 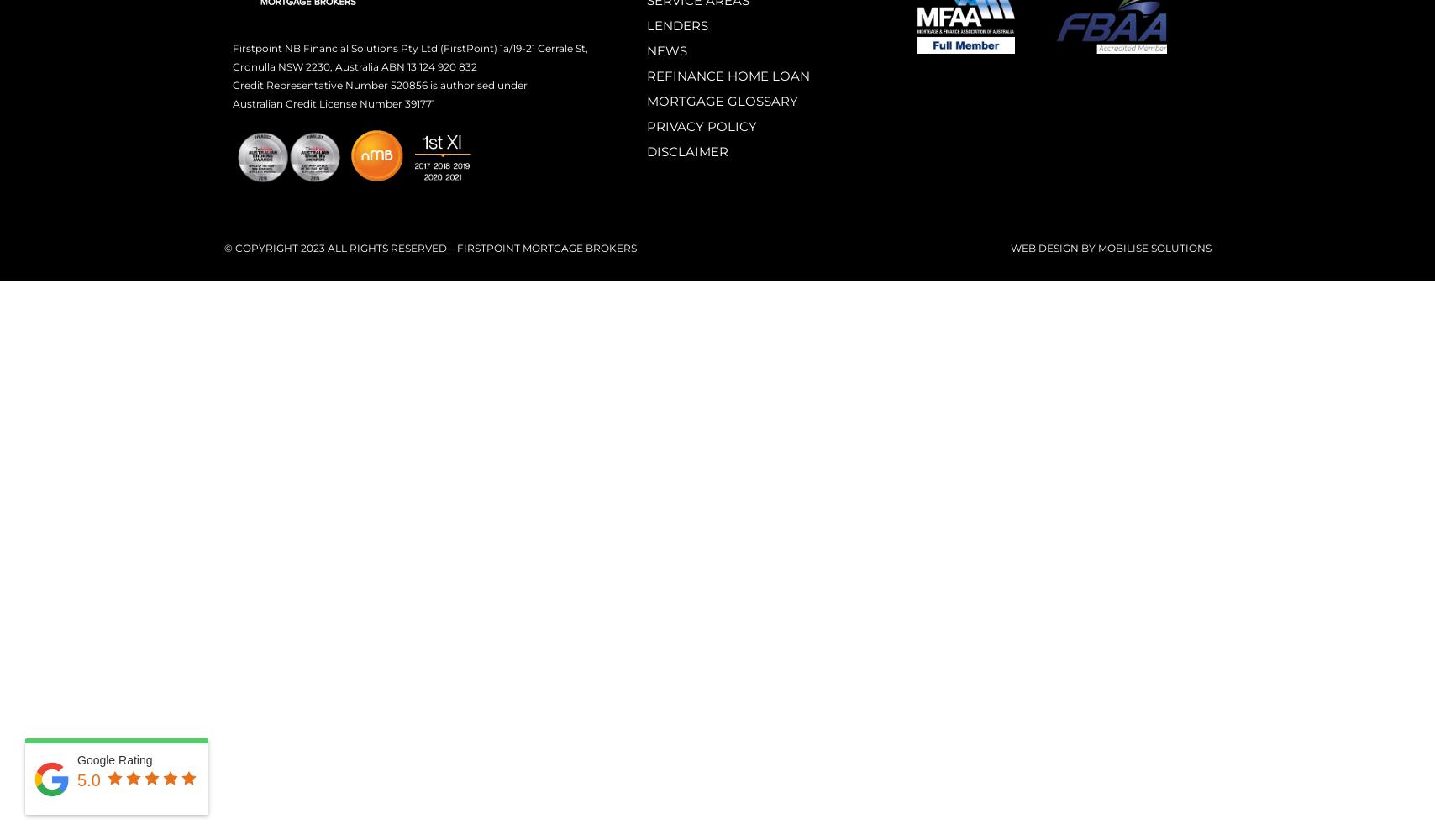 I want to click on 'Web Design', so click(x=1043, y=247).